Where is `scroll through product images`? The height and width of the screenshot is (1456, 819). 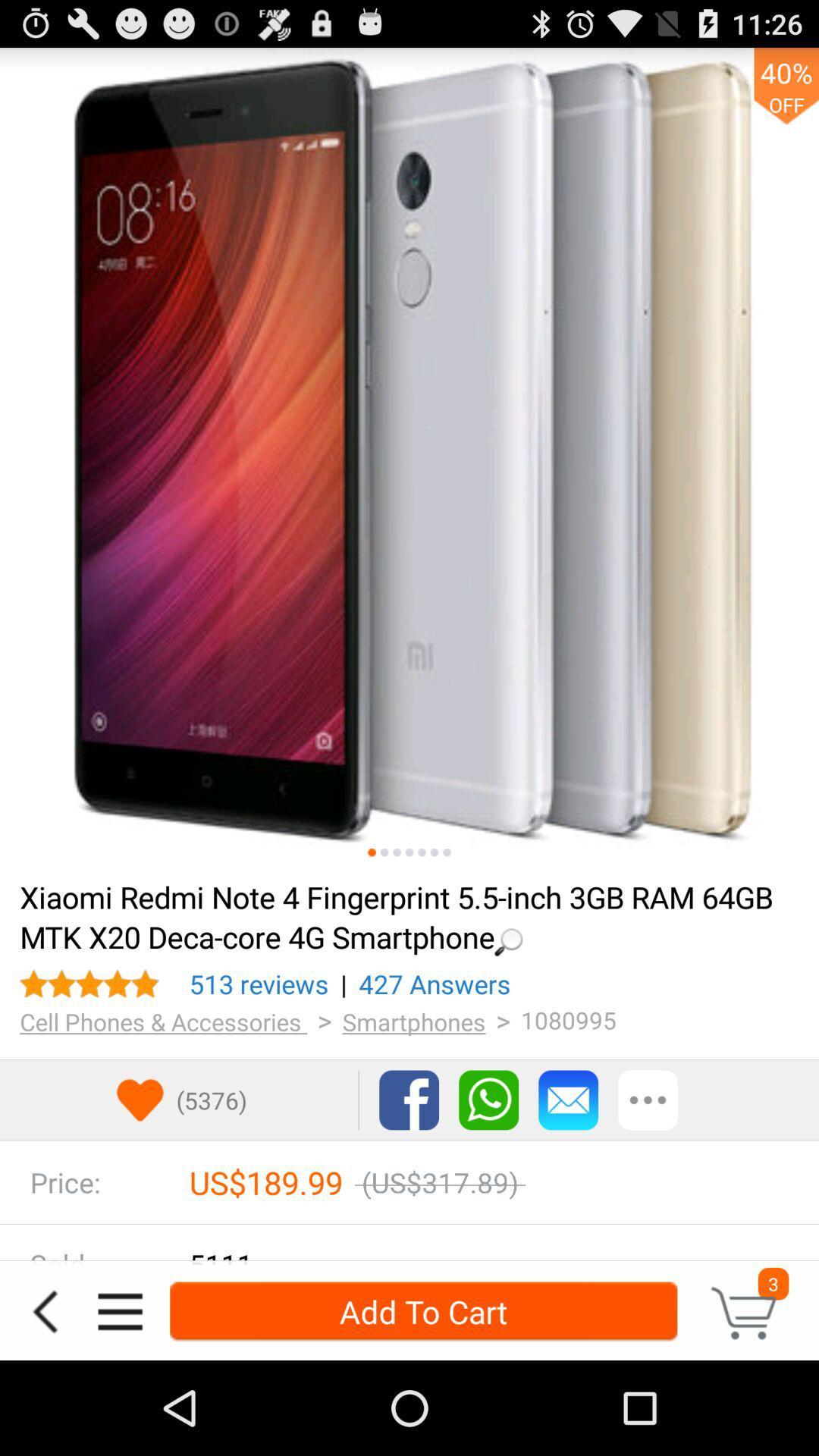 scroll through product images is located at coordinates (409, 457).